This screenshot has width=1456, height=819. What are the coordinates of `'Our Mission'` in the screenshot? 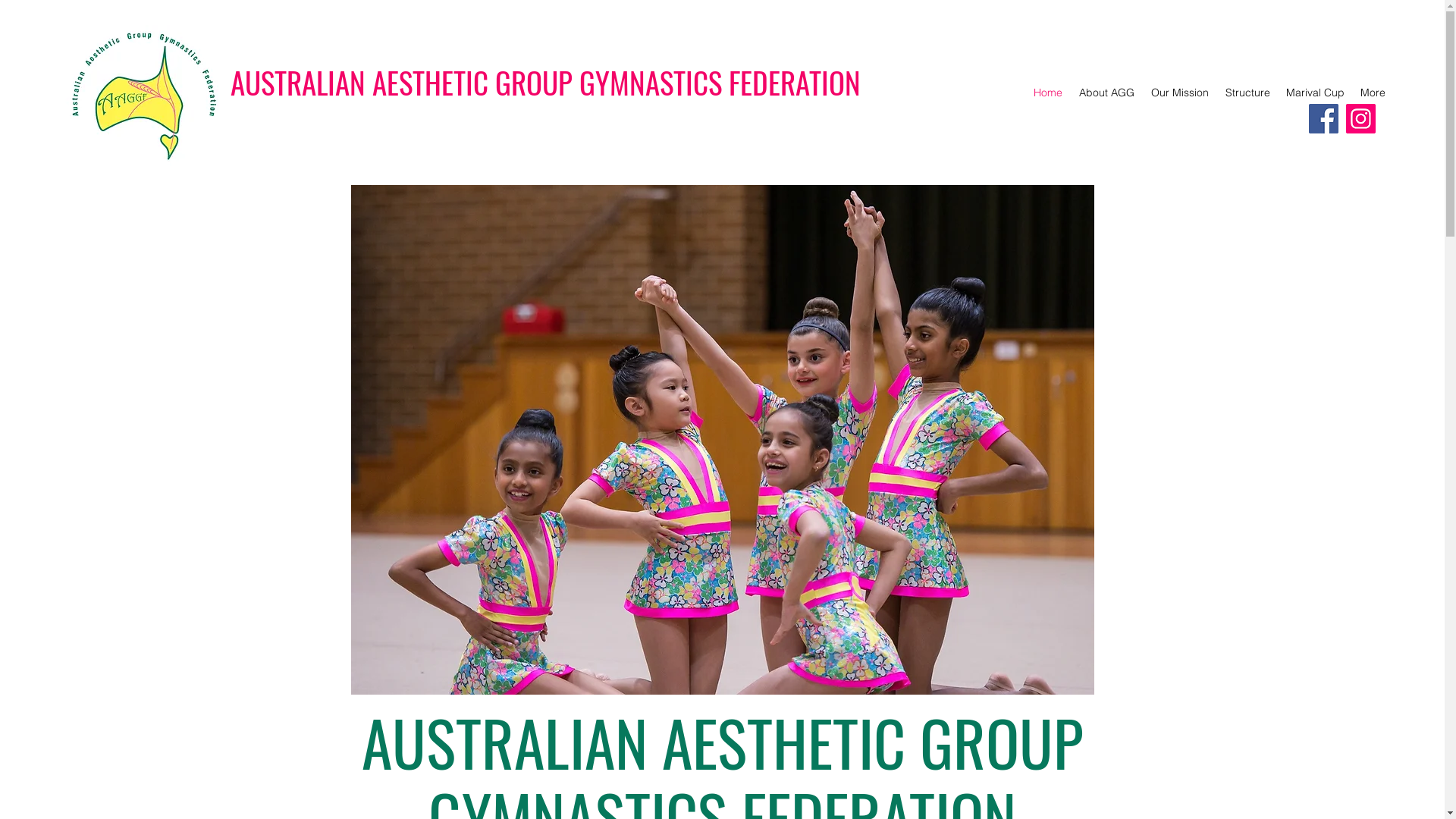 It's located at (1178, 93).